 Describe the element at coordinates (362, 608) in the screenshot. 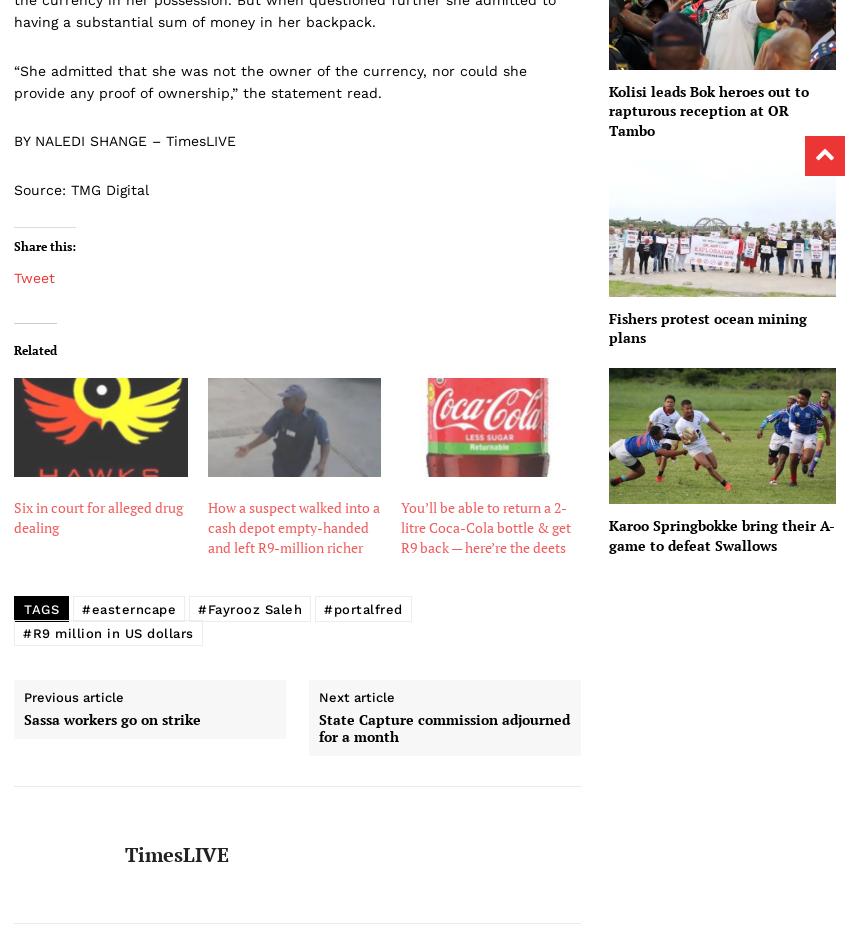

I see `'#portalfred'` at that location.